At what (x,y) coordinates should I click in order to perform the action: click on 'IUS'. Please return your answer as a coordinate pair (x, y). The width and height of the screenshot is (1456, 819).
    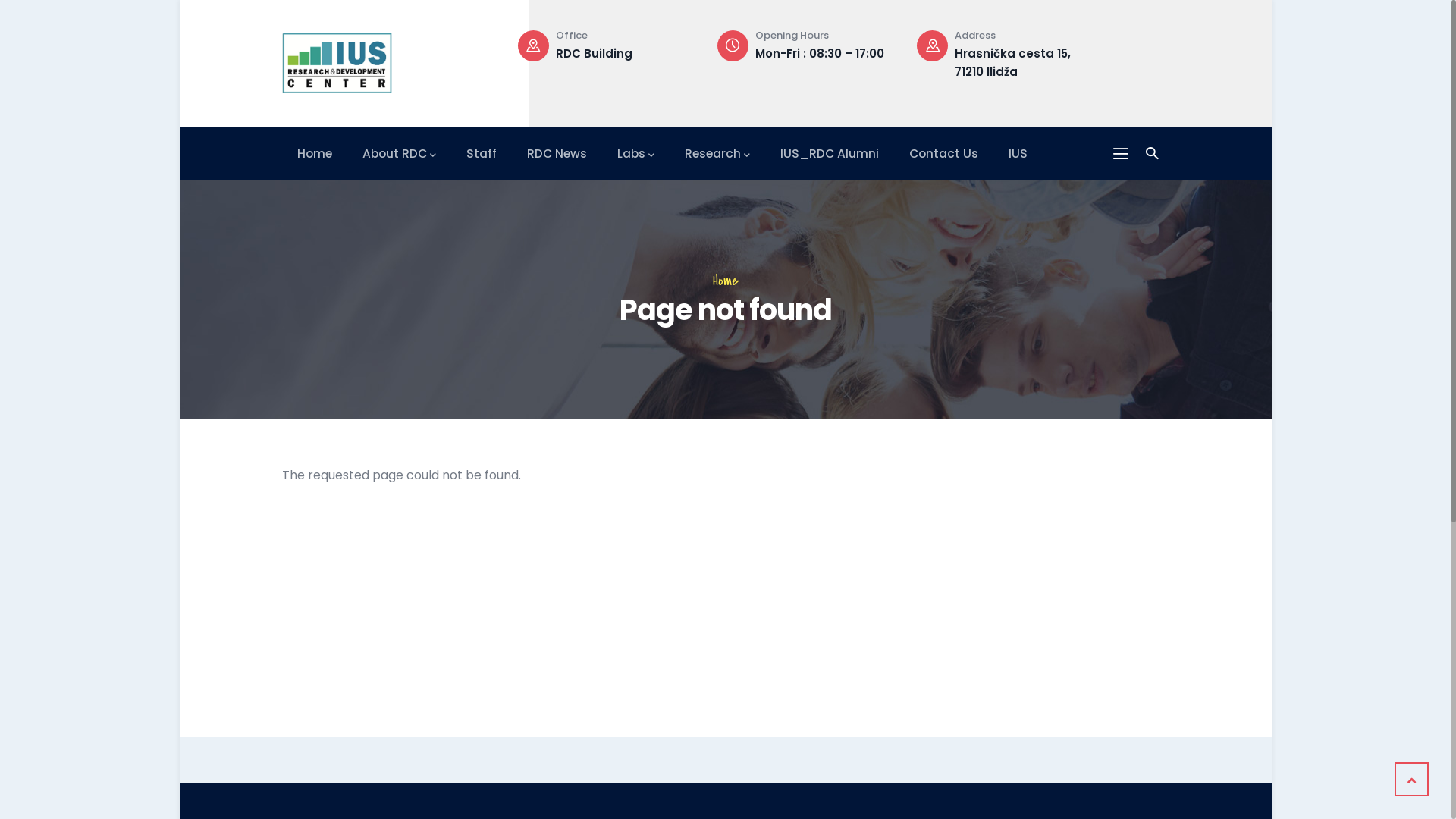
    Looking at the image, I should click on (1018, 153).